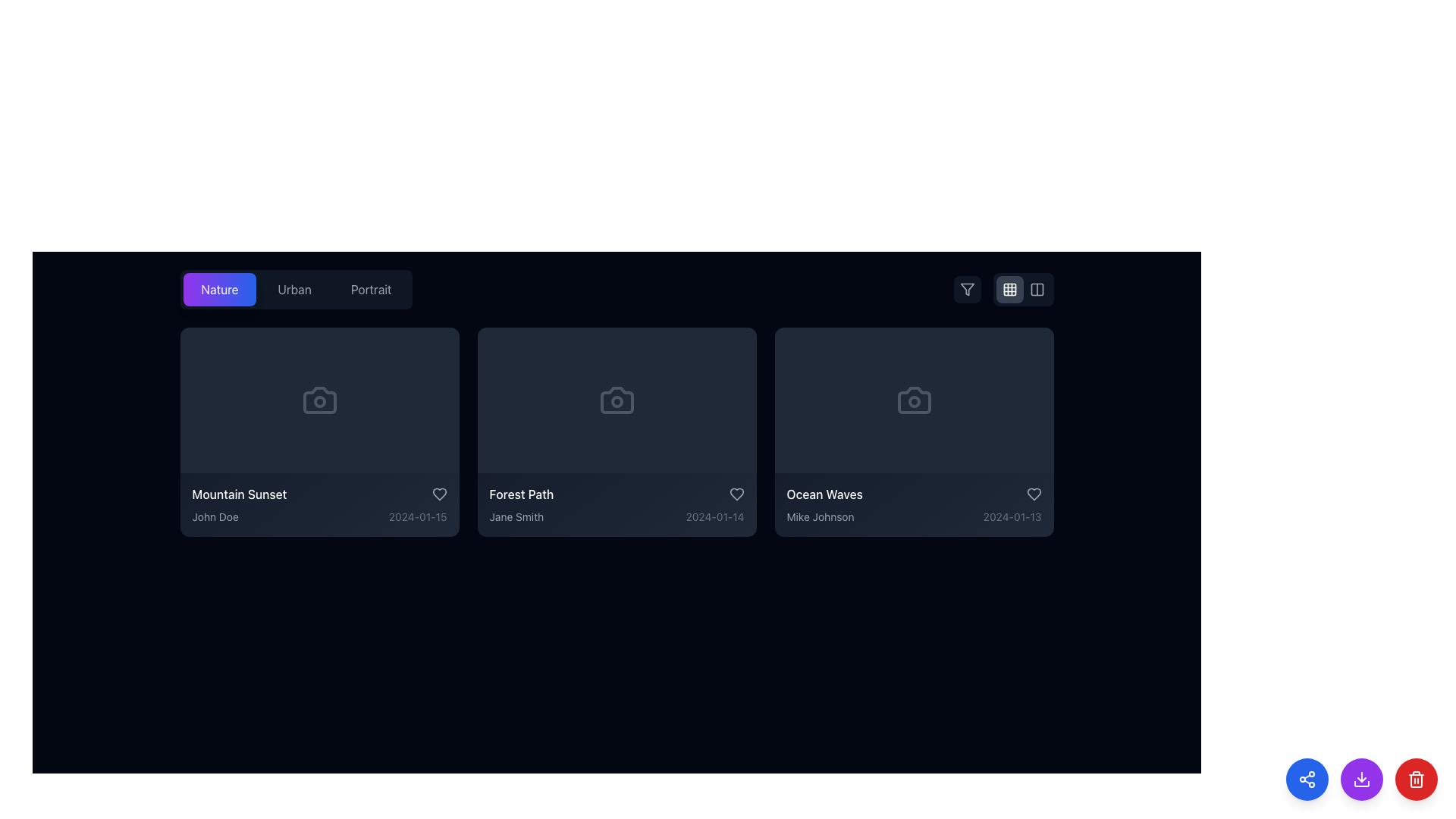 This screenshot has height=819, width=1456. What do you see at coordinates (1036, 289) in the screenshot?
I see `the button located in the top-right corner of the main interface, which switches the display mode to a two-column view` at bounding box center [1036, 289].